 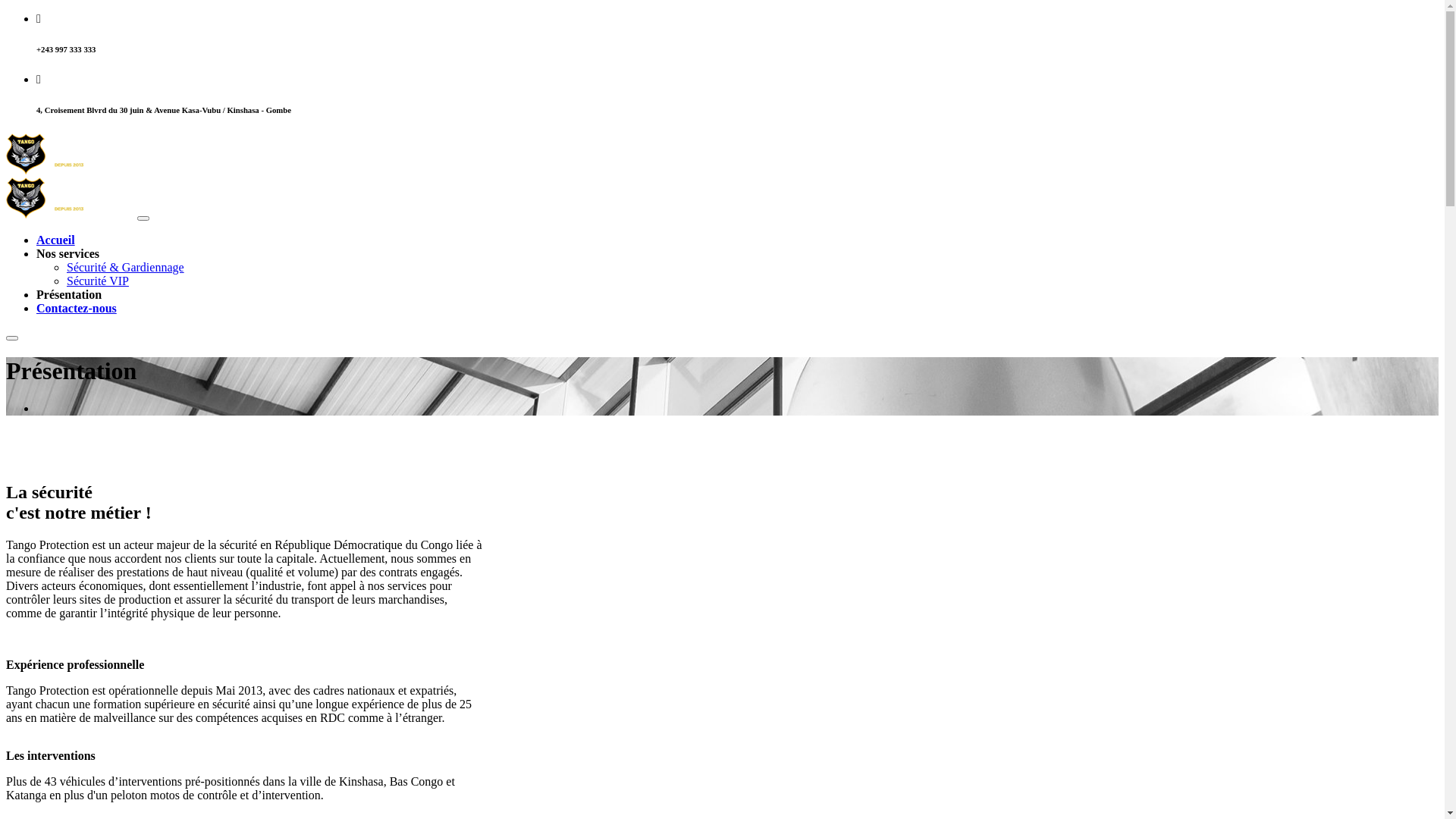 I want to click on 'Accueil', so click(x=55, y=239).